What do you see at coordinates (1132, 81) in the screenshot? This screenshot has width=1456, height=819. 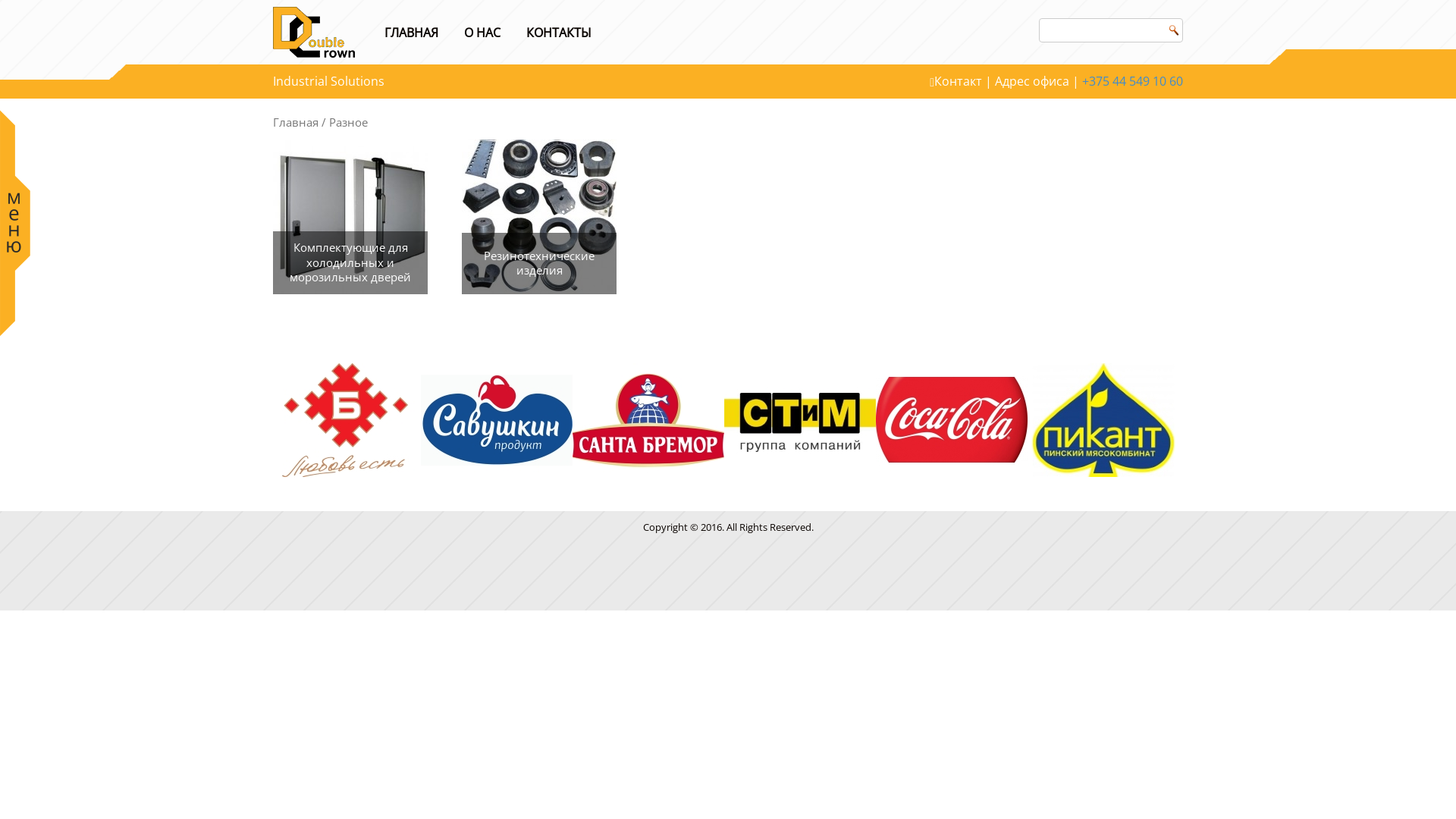 I see `'+375 44 549 10 60'` at bounding box center [1132, 81].